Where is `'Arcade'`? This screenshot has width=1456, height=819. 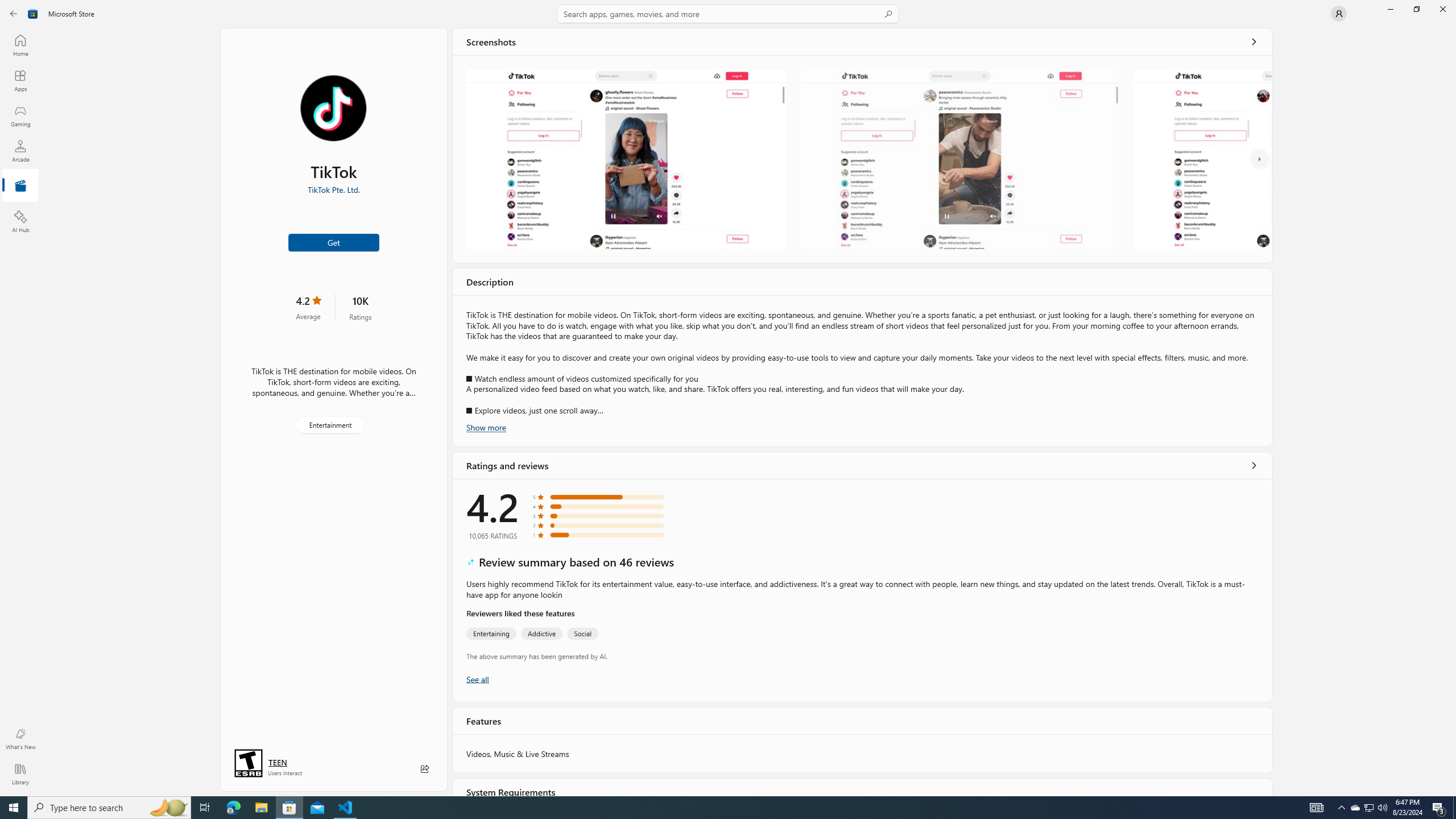
'Arcade' is located at coordinates (19, 150).